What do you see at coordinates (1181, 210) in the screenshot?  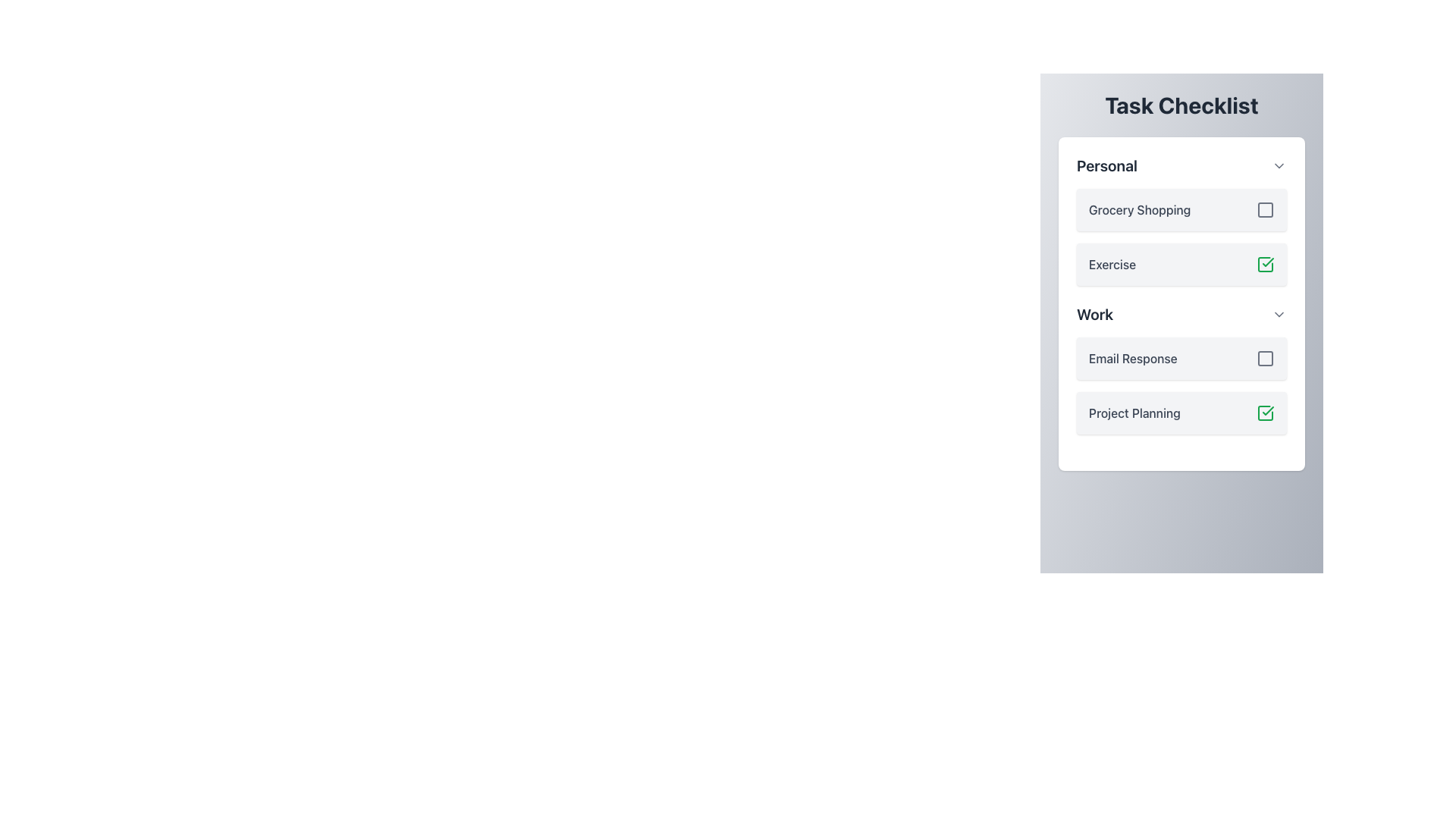 I see `the 'Grocery Shopping' checklist item` at bounding box center [1181, 210].